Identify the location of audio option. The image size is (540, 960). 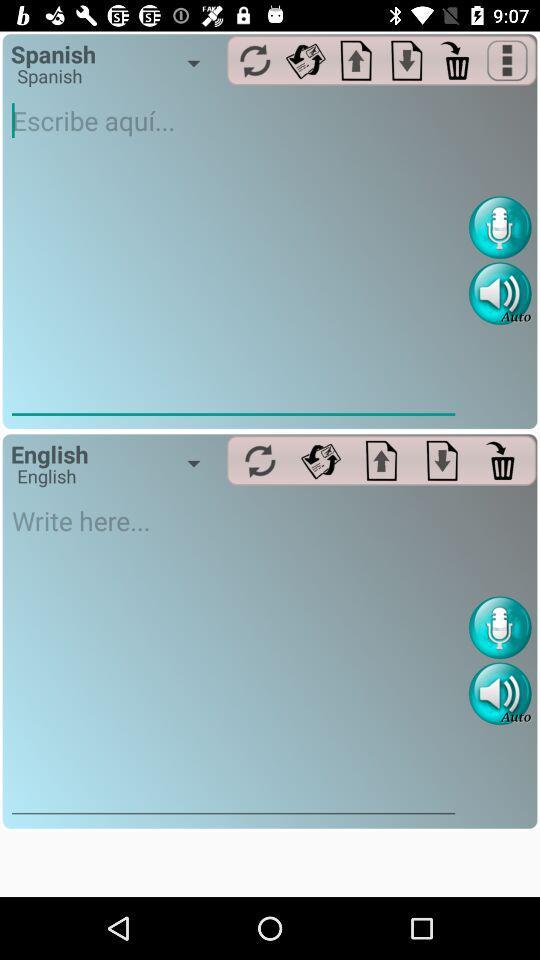
(499, 292).